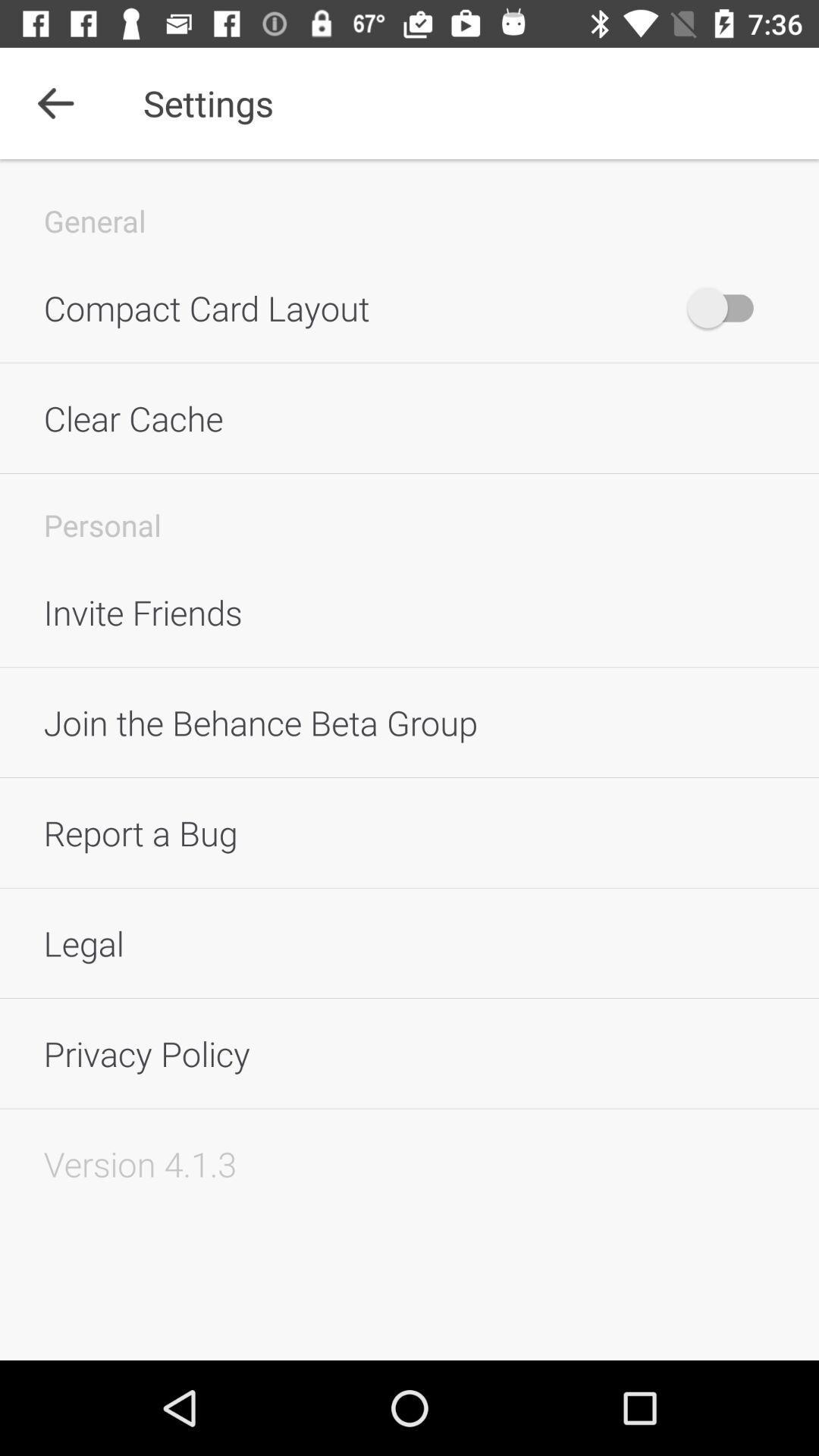 This screenshot has height=1456, width=819. Describe the element at coordinates (727, 307) in the screenshot. I see `the icon to the right of the compact card layout` at that location.